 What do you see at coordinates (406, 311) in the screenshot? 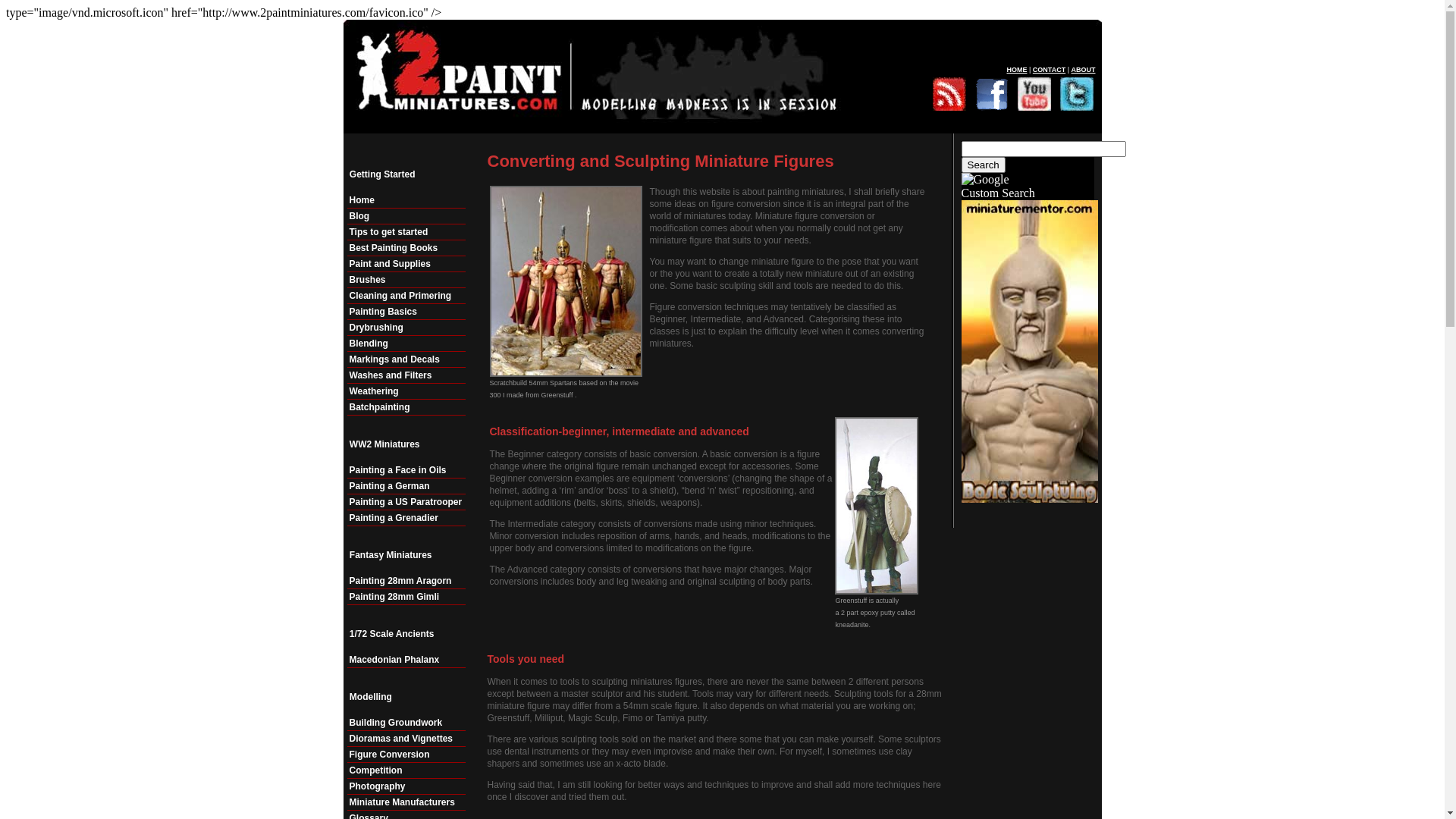
I see `'Painting Basics'` at bounding box center [406, 311].